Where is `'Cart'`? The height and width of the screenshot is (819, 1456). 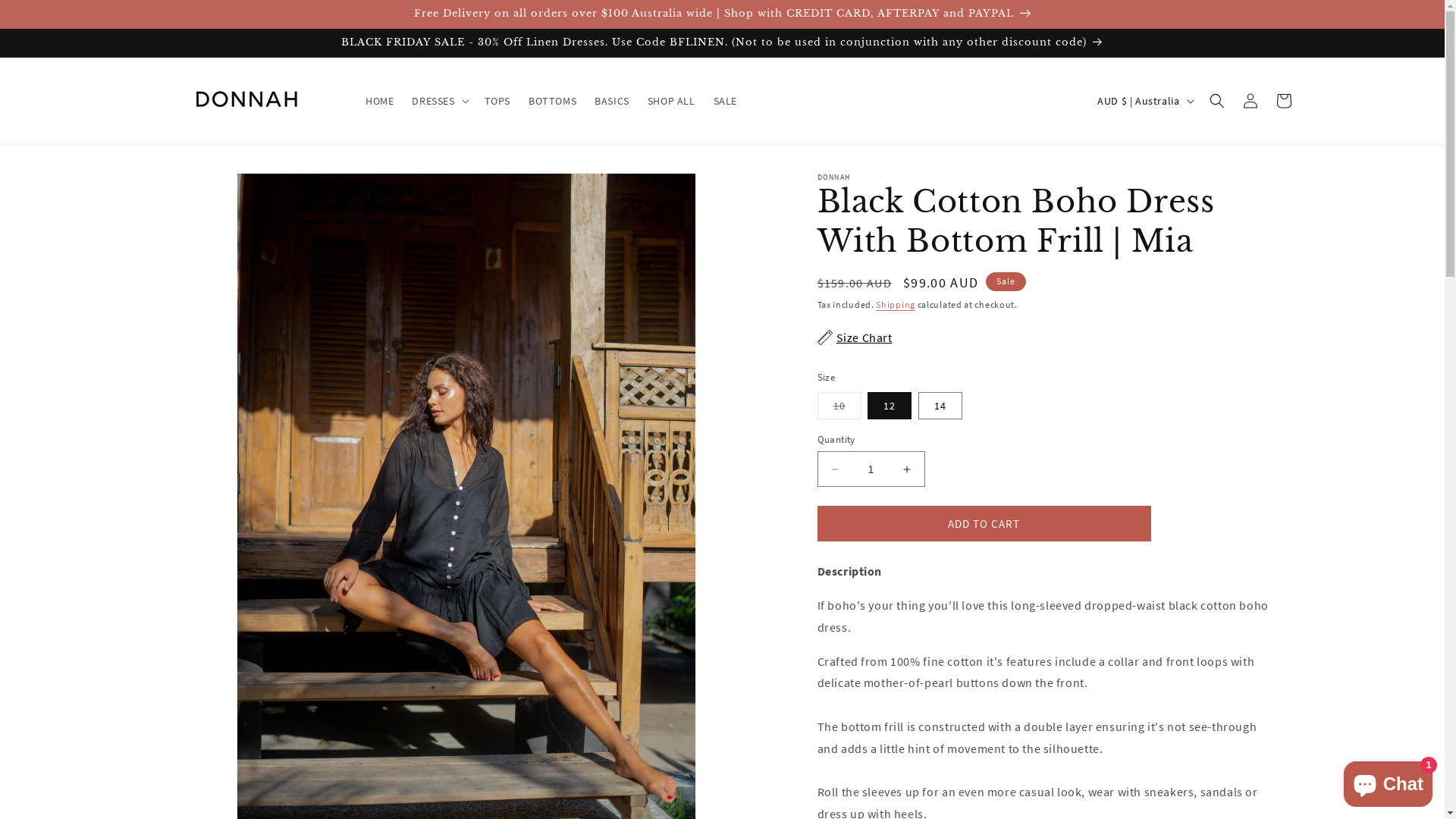 'Cart' is located at coordinates (1282, 100).